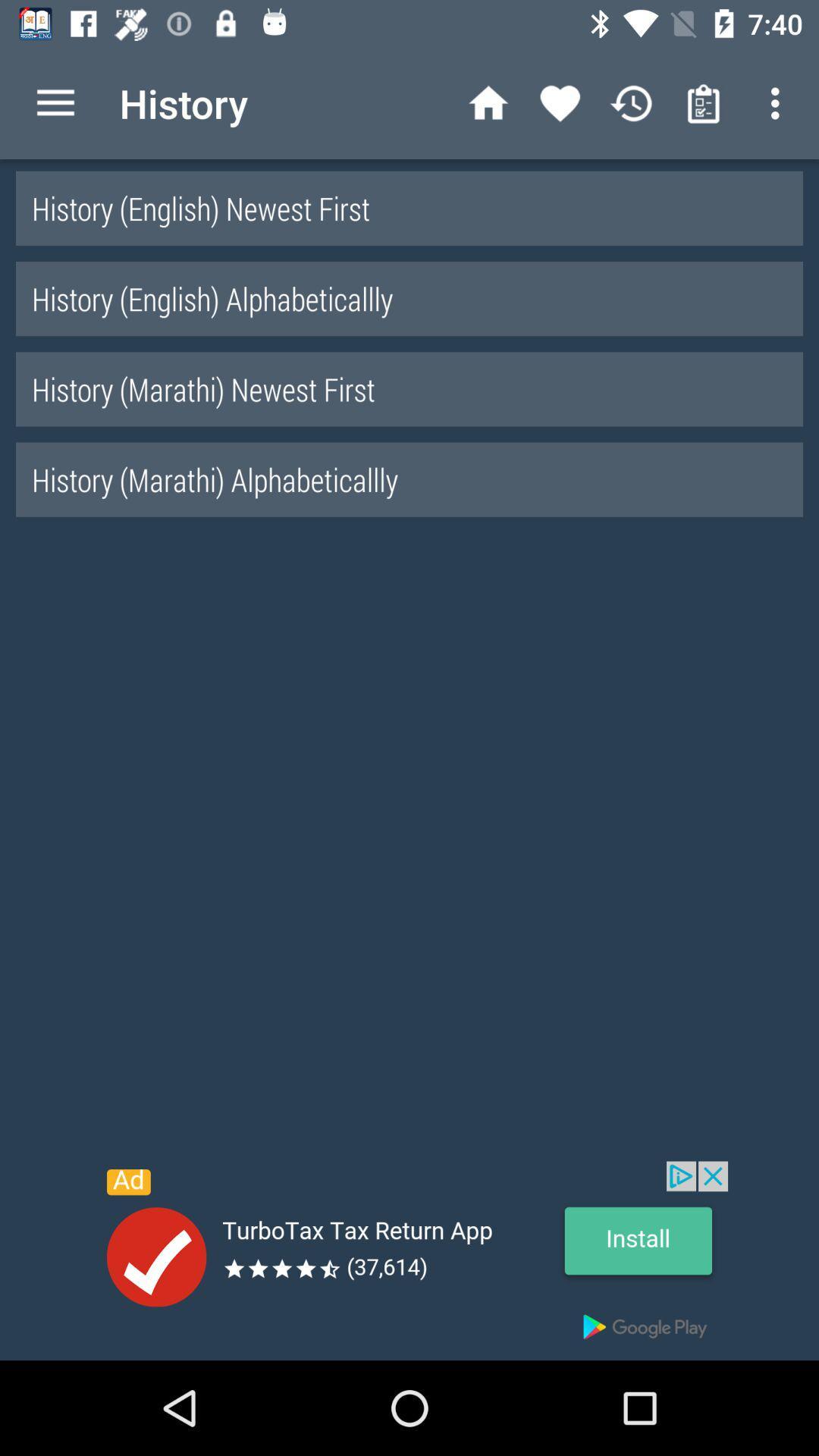 Image resolution: width=819 pixels, height=1456 pixels. What do you see at coordinates (779, 103) in the screenshot?
I see `the first button from top right` at bounding box center [779, 103].